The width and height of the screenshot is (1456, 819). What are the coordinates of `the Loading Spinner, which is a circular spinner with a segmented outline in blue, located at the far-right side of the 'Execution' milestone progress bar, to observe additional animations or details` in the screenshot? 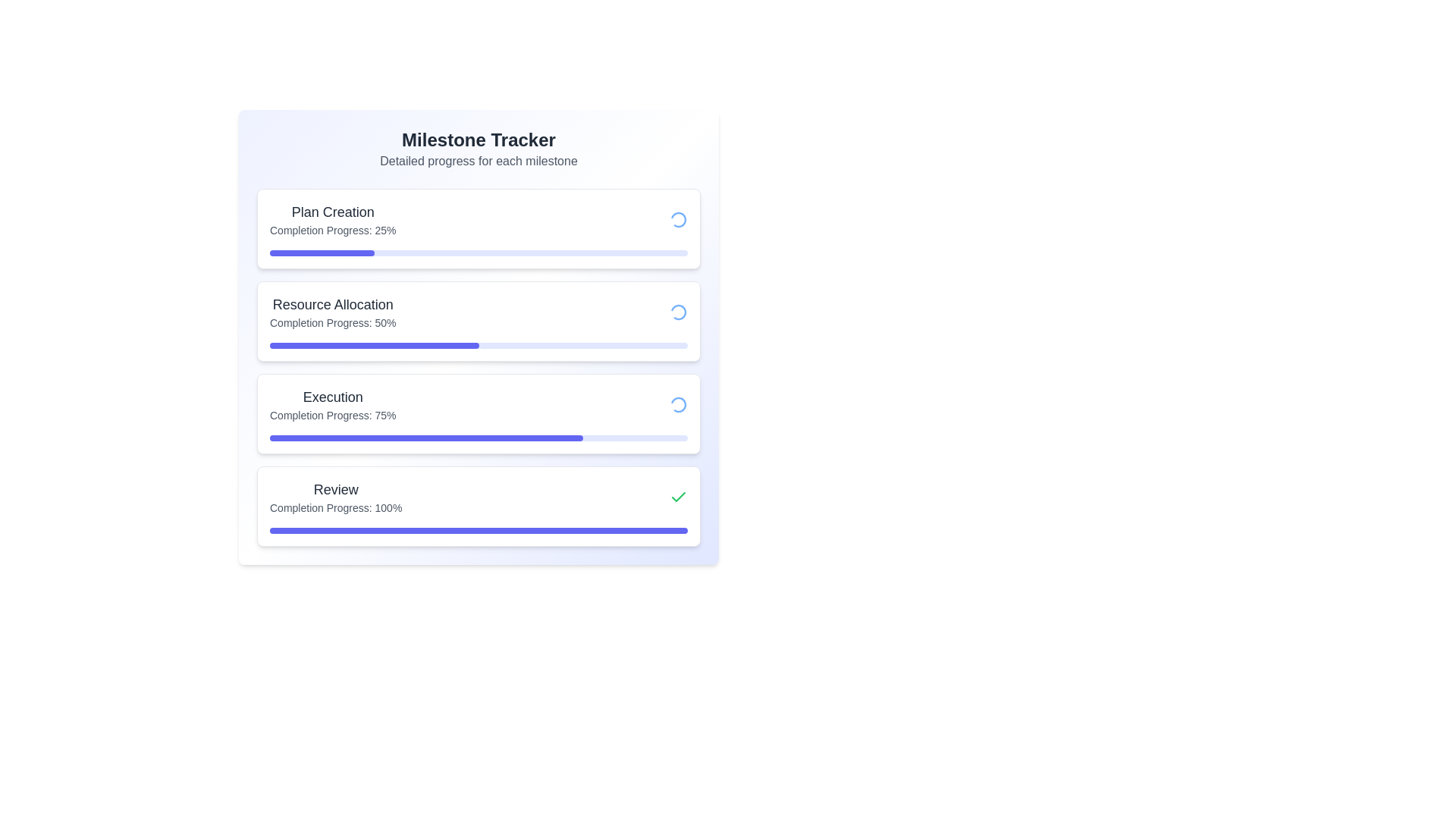 It's located at (677, 403).